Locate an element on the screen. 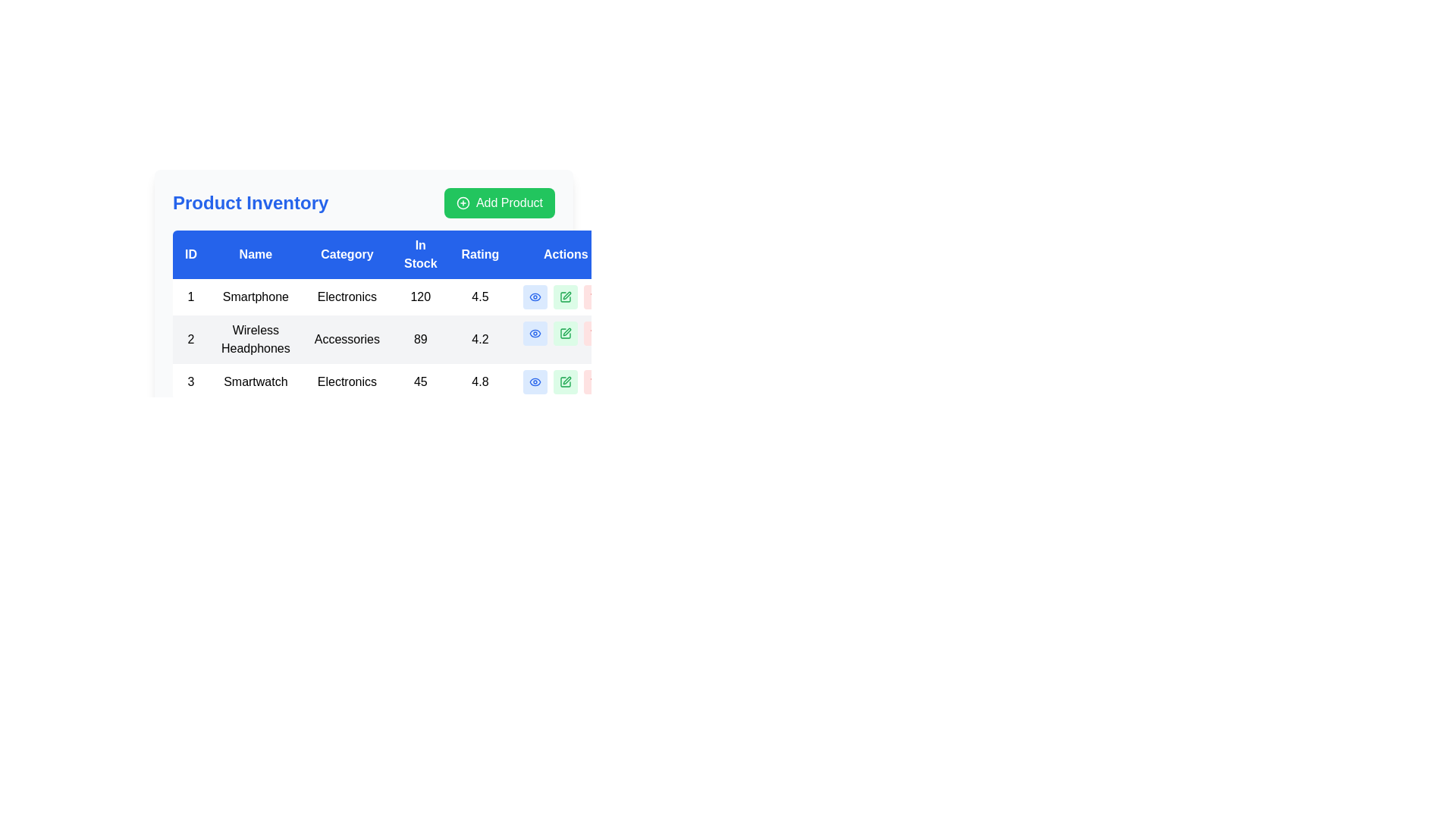  the text label displaying the numerical value '4.5' in the fifth column of the first row of the Product Inventory table is located at coordinates (479, 297).